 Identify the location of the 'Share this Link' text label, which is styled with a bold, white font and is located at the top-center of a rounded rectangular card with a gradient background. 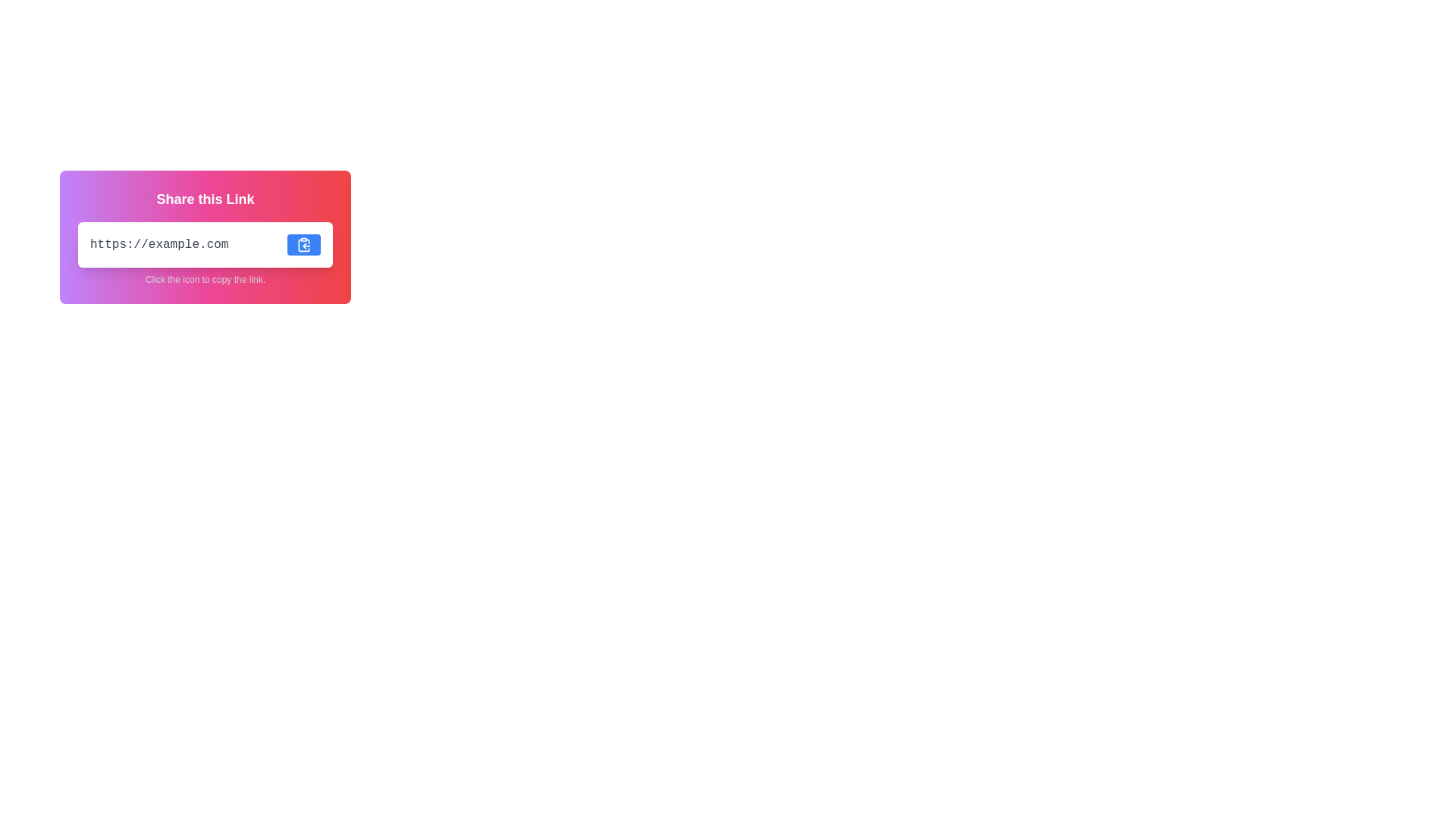
(204, 198).